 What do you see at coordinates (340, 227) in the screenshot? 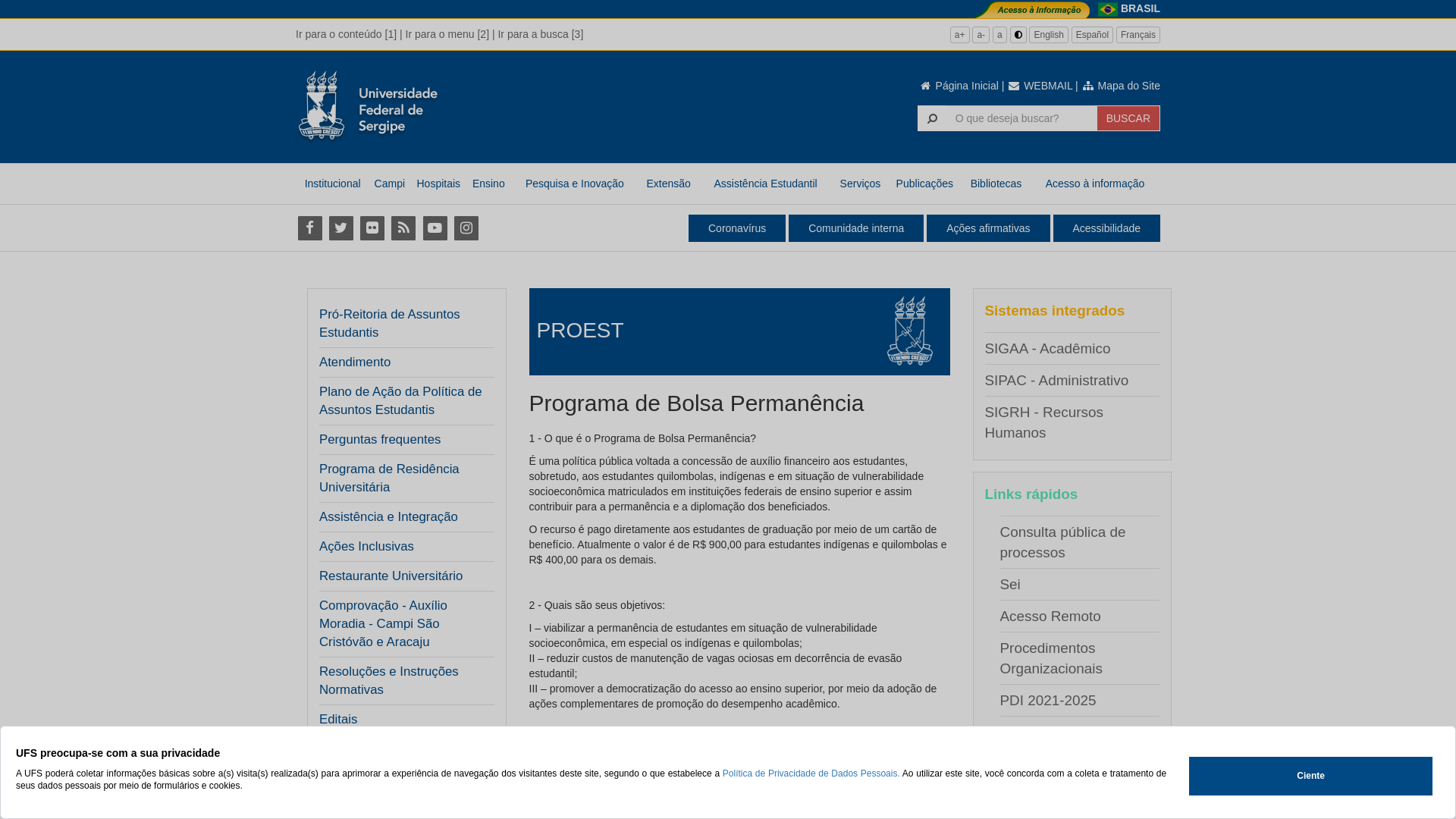
I see `'Twitter'` at bounding box center [340, 227].